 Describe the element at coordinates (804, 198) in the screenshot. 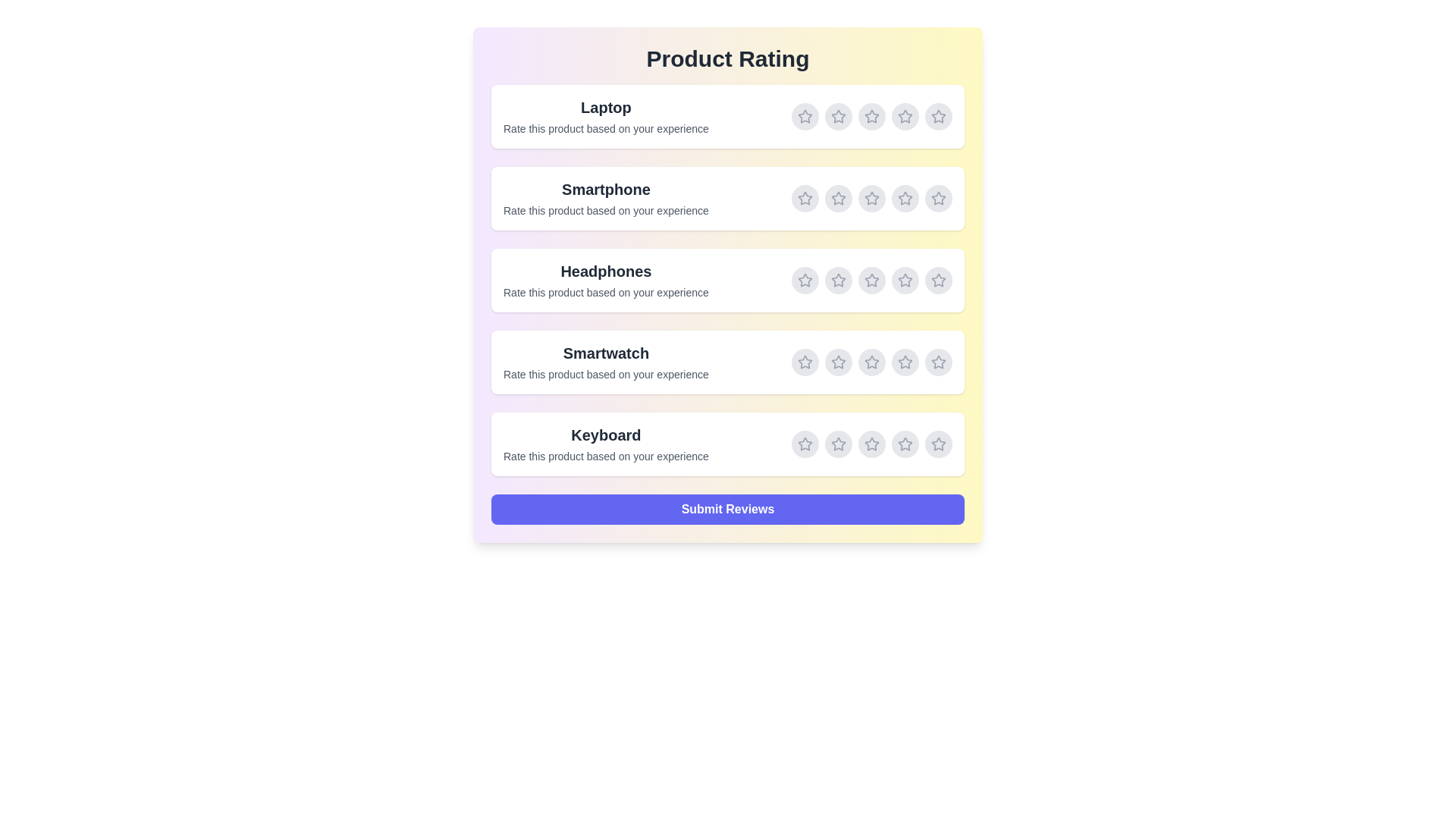

I see `the rating for Smartphone to 1 stars` at that location.